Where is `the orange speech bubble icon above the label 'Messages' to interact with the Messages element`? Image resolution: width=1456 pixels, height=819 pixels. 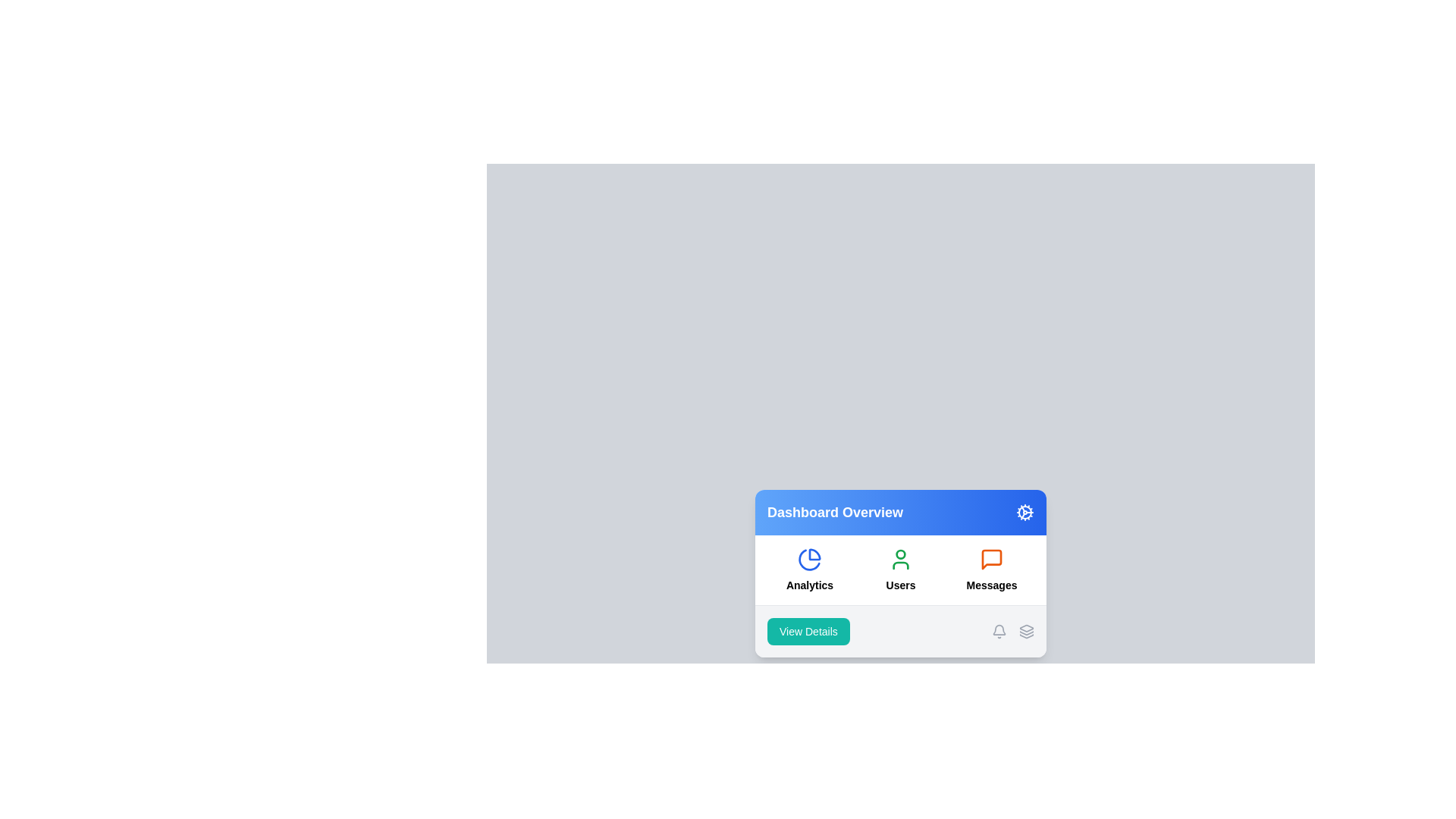
the orange speech bubble icon above the label 'Messages' to interact with the Messages element is located at coordinates (992, 570).